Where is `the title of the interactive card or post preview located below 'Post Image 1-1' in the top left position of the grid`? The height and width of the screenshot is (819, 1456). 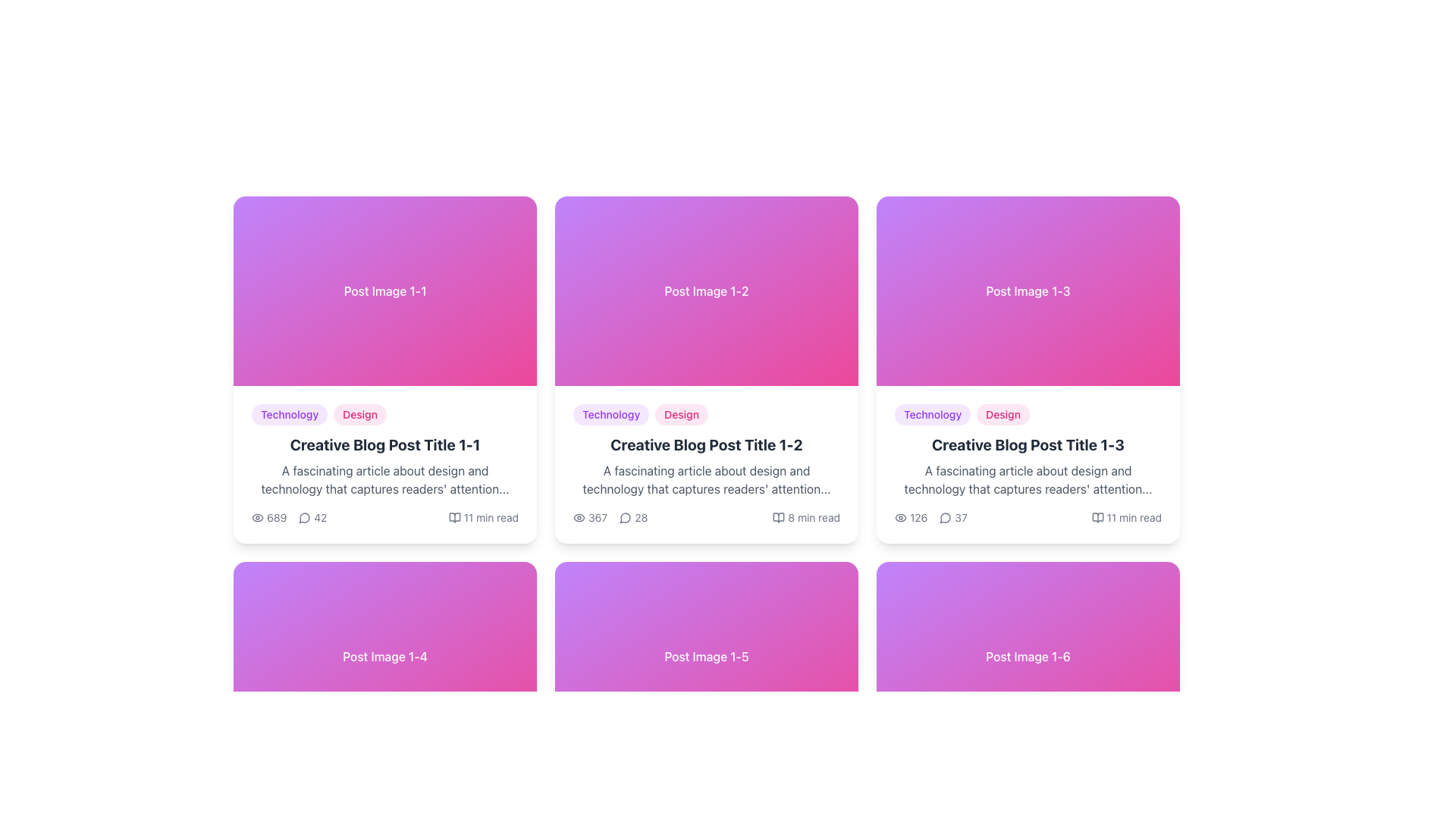
the title of the interactive card or post preview located below 'Post Image 1-1' in the top left position of the grid is located at coordinates (385, 464).